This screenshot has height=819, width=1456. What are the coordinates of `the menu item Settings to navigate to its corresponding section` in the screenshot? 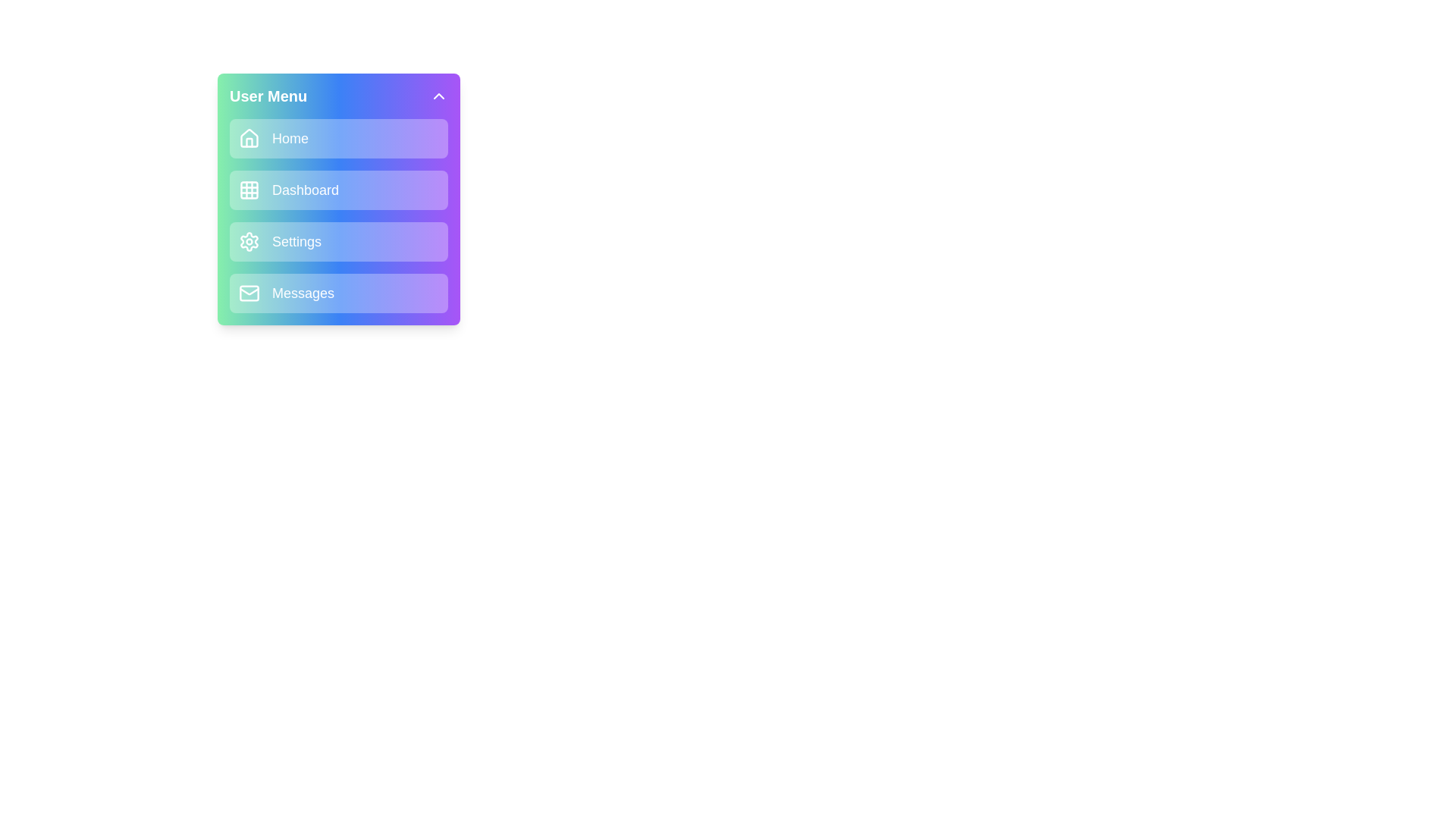 It's located at (337, 241).